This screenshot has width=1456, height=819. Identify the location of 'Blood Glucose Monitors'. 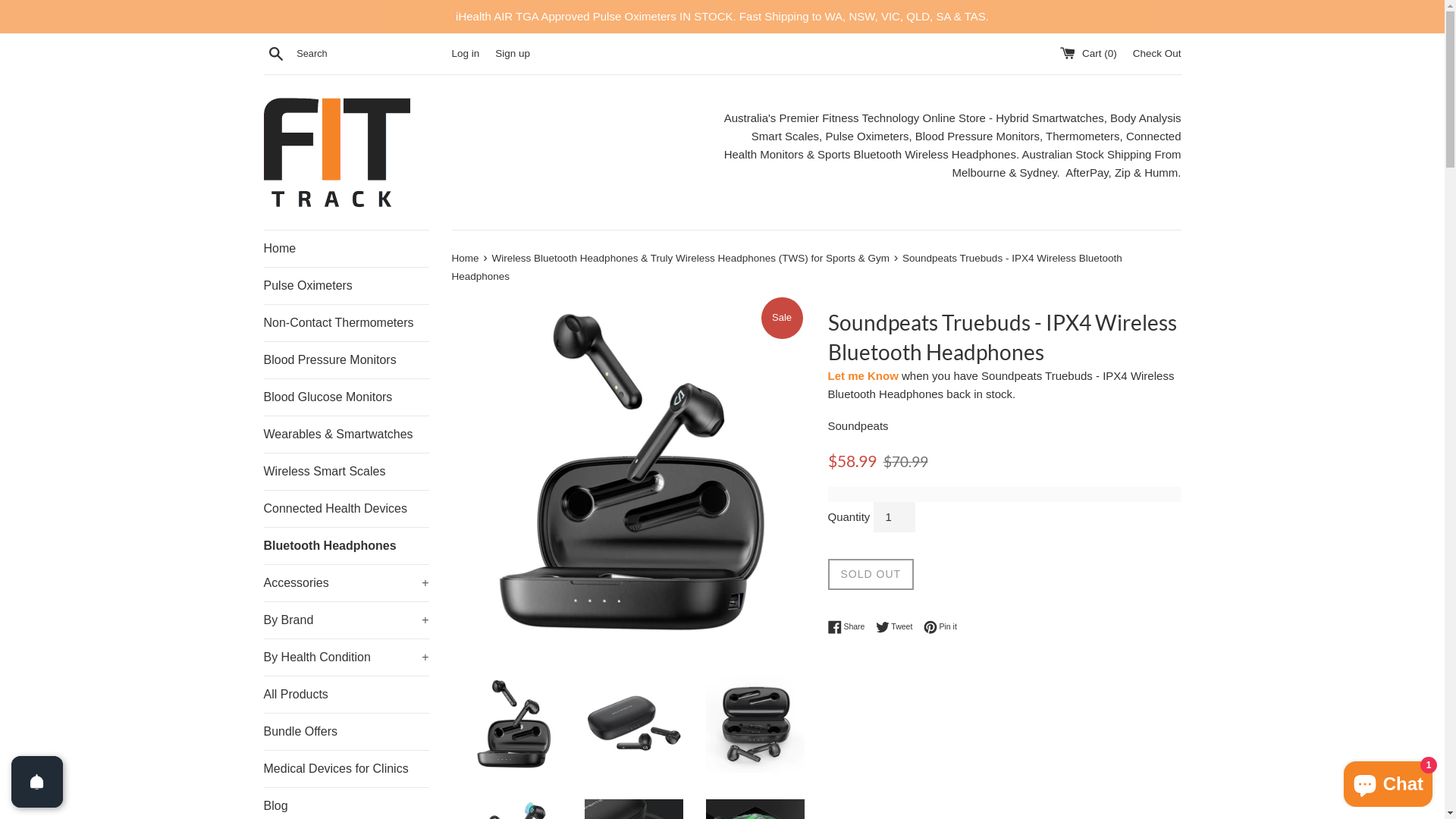
(345, 397).